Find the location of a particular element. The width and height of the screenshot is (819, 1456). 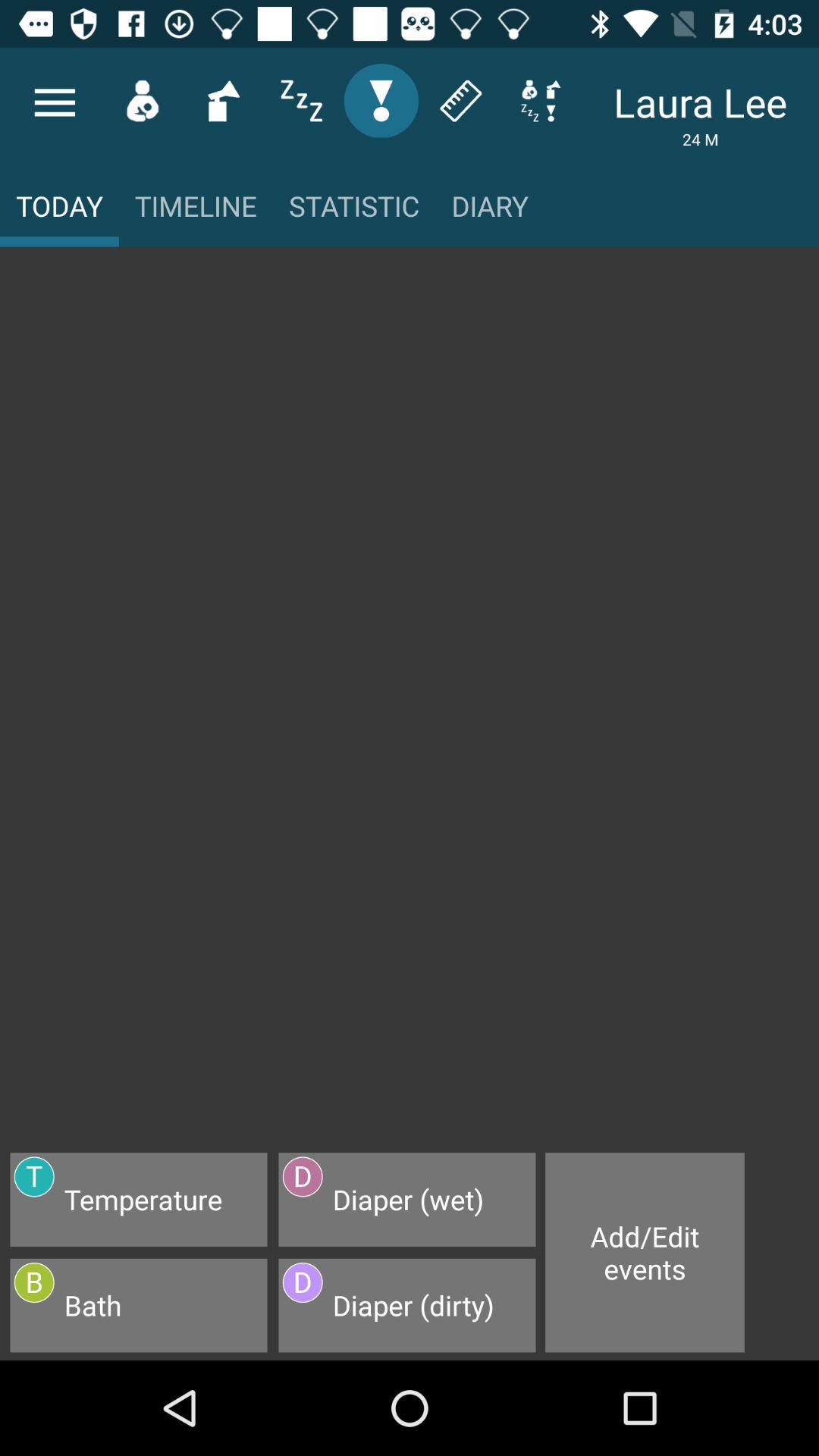

item at the bottom right corner is located at coordinates (645, 1252).